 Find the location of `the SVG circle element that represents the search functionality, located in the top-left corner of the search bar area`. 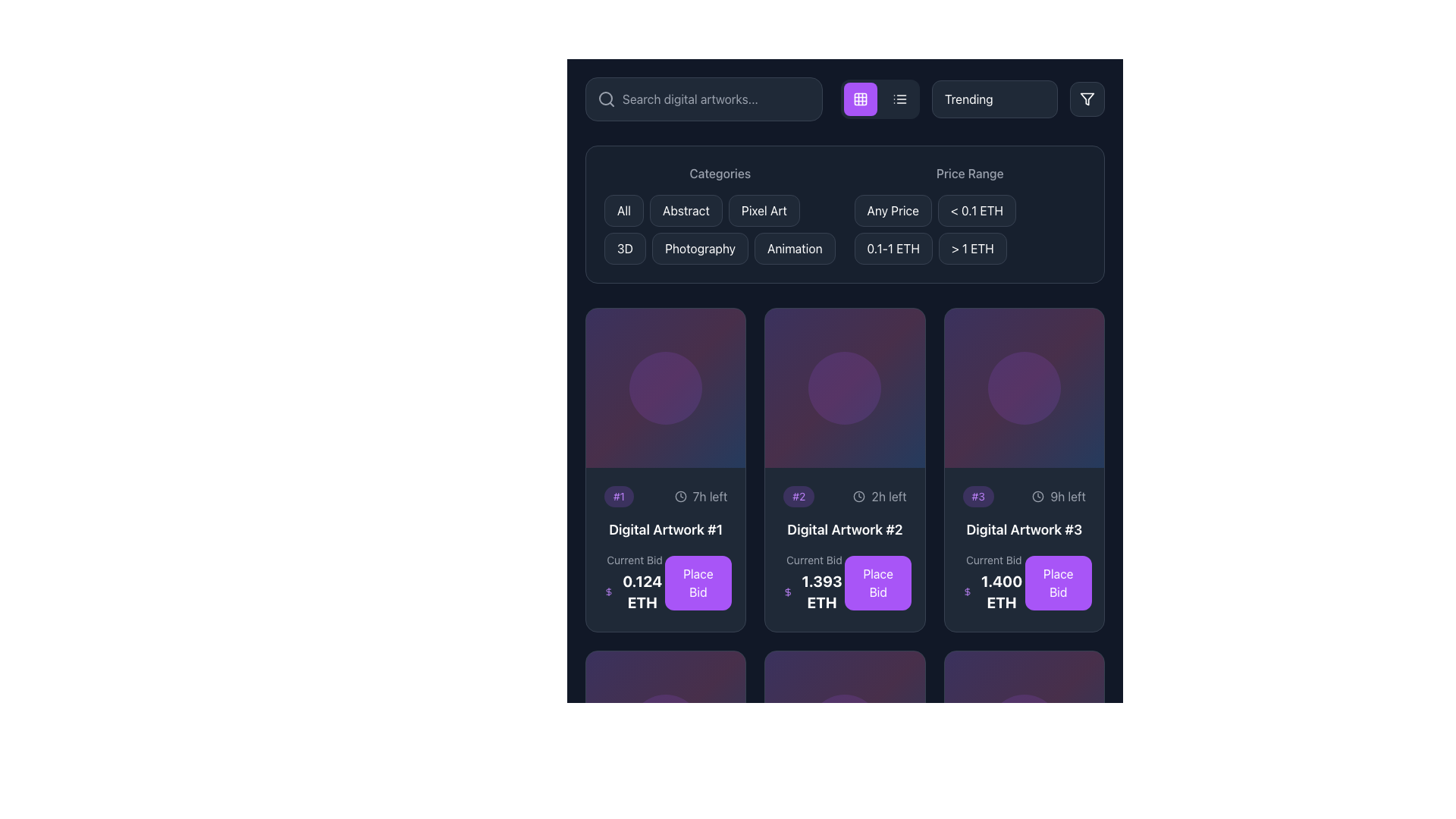

the SVG circle element that represents the search functionality, located in the top-left corner of the search bar area is located at coordinates (604, 99).